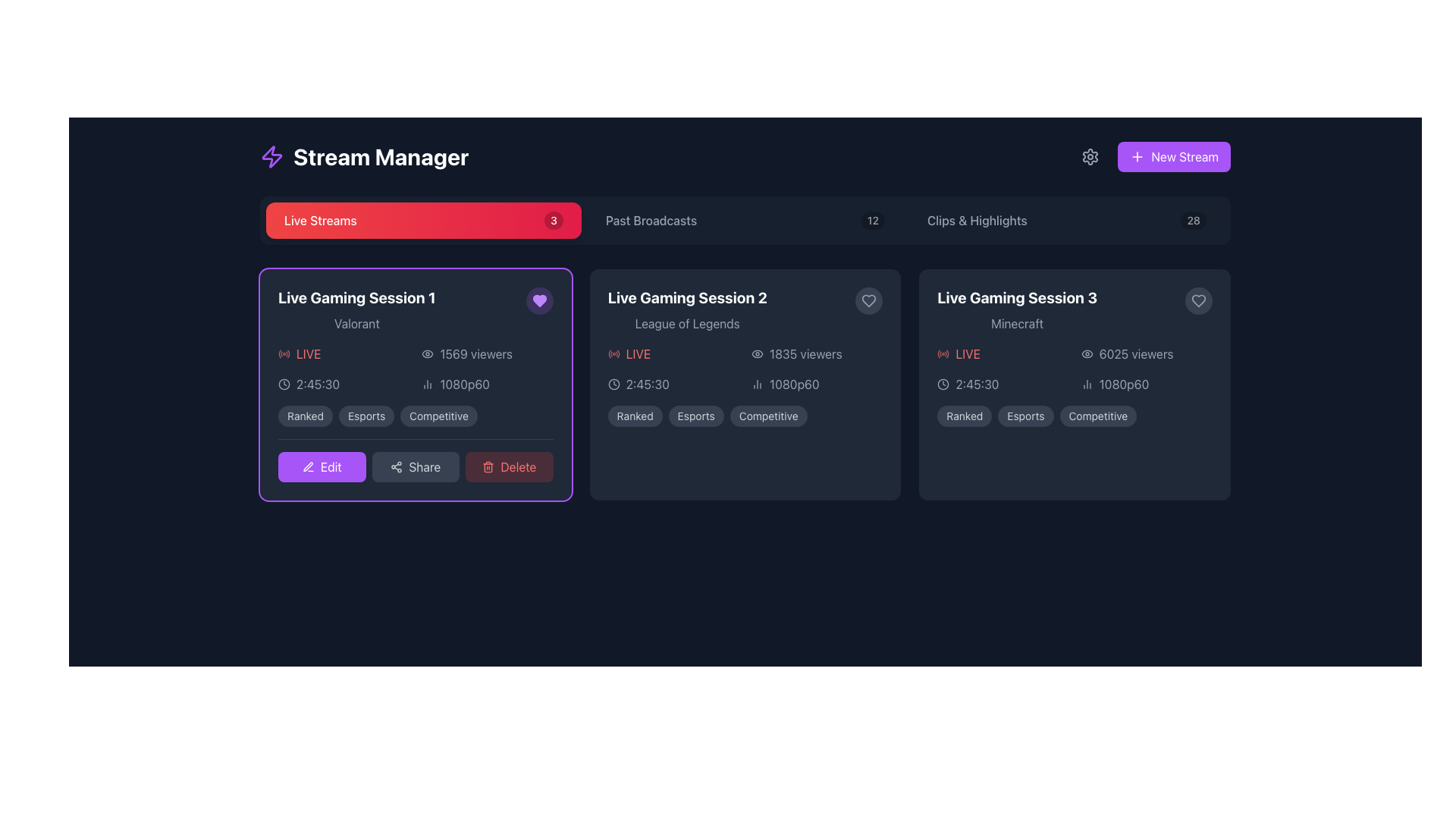 This screenshot has width=1456, height=819. I want to click on the 'Ranked' label indicating the classification of the gaming session in the metadata section of the card for 'Live Gaming Session 2', so click(635, 416).